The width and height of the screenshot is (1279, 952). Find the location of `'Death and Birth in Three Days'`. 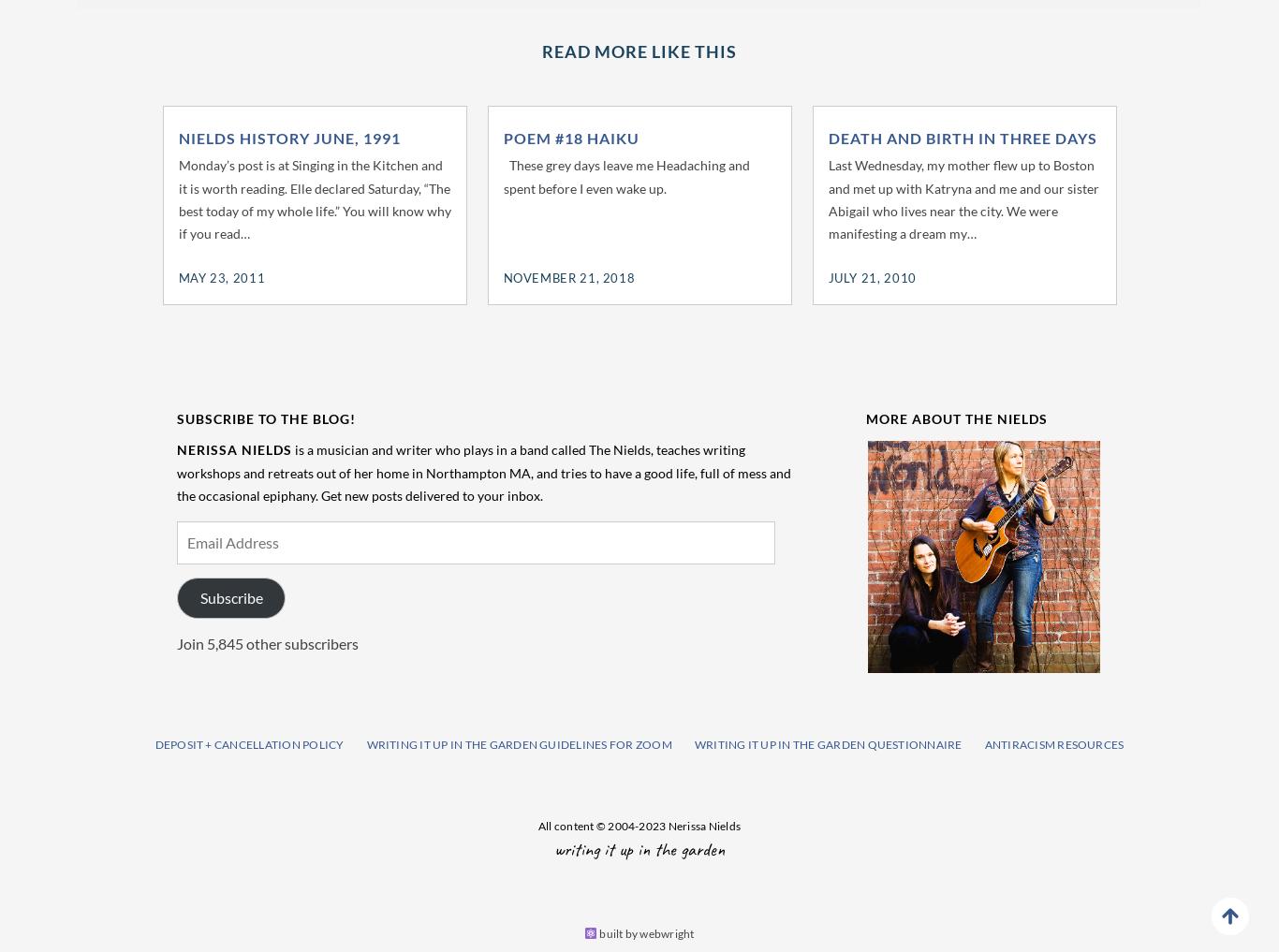

'Death and Birth in Three Days' is located at coordinates (961, 136).